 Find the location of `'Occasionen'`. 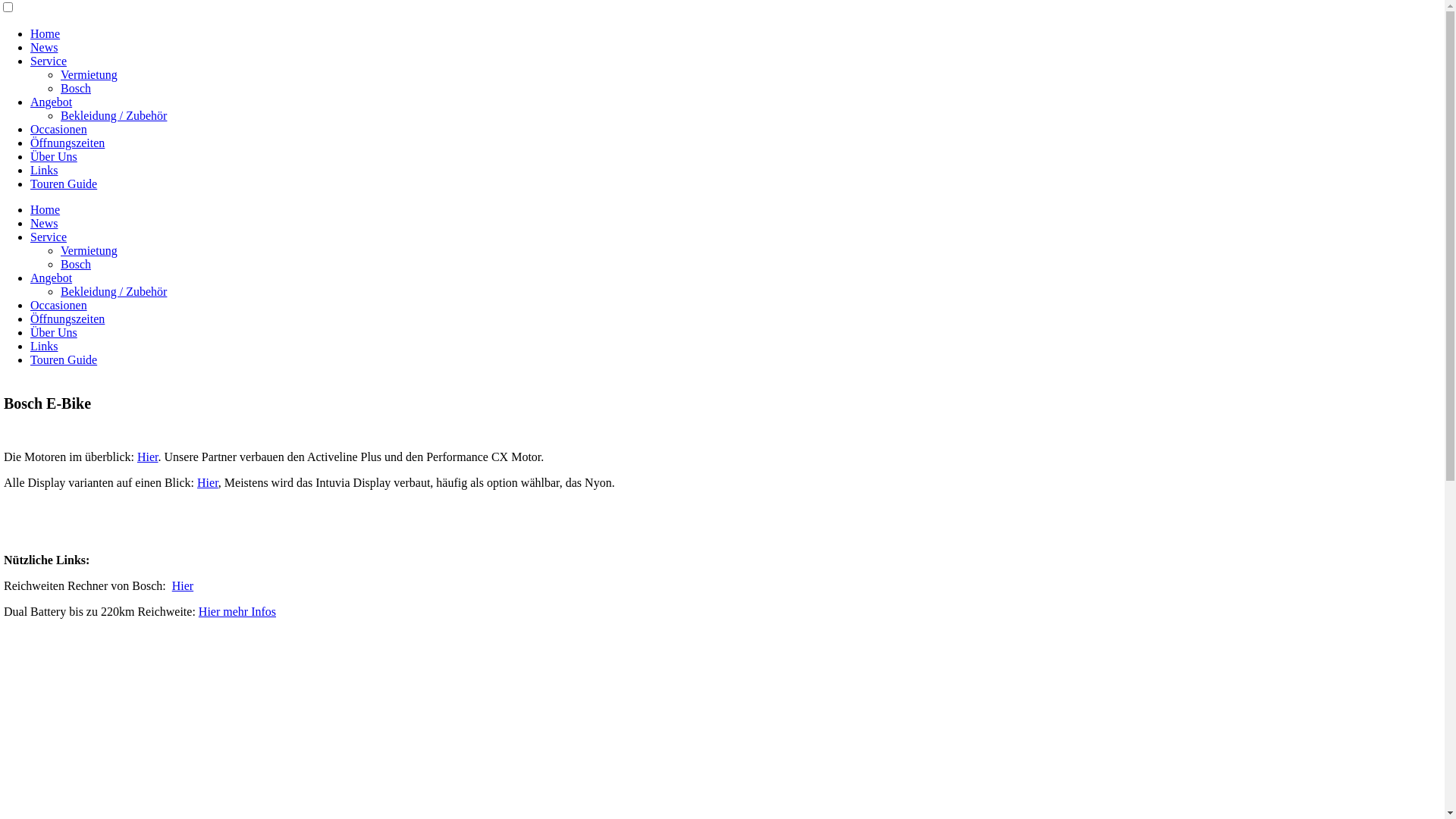

'Occasionen' is located at coordinates (58, 305).